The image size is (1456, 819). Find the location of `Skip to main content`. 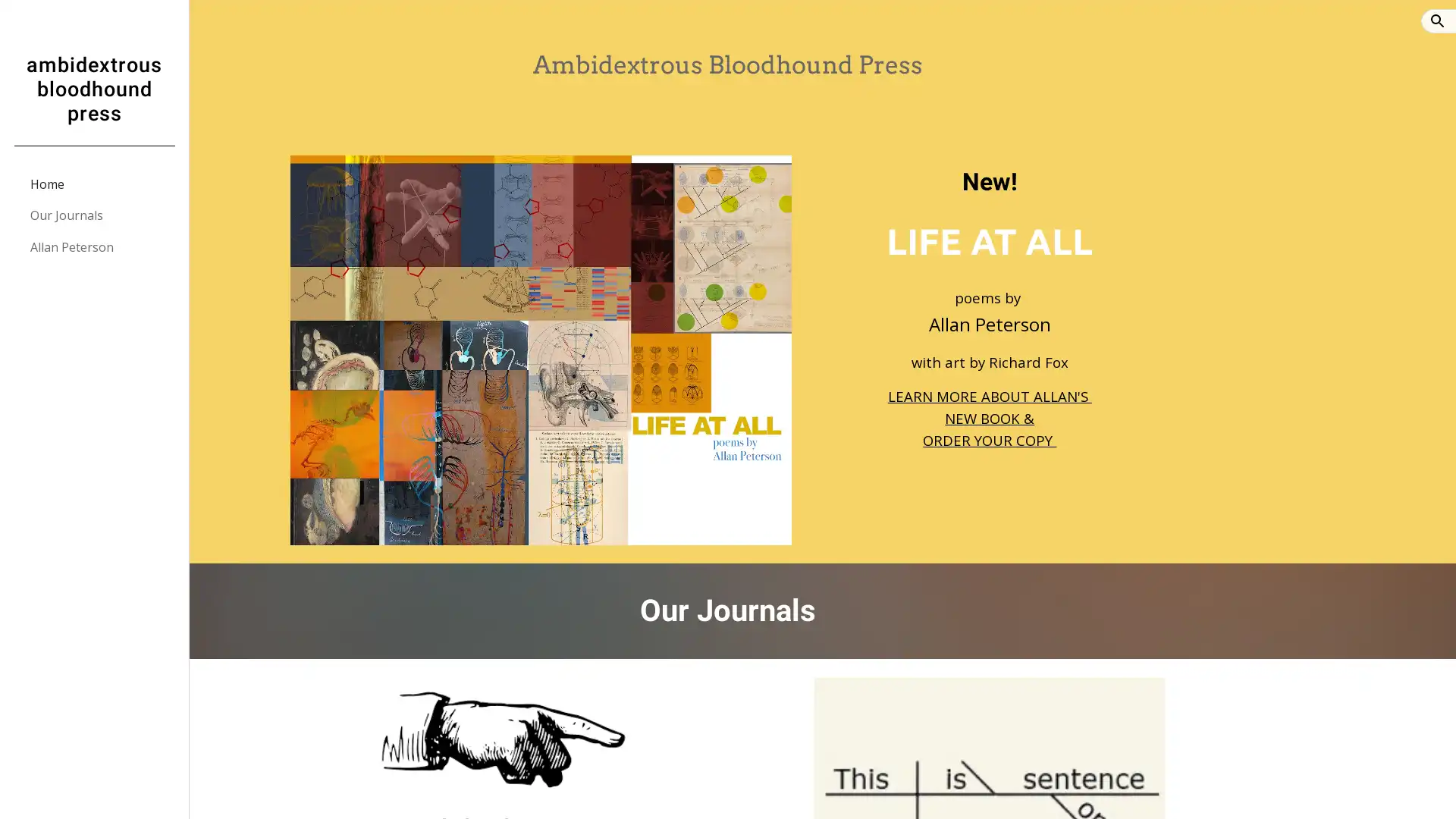

Skip to main content is located at coordinates (597, 28).